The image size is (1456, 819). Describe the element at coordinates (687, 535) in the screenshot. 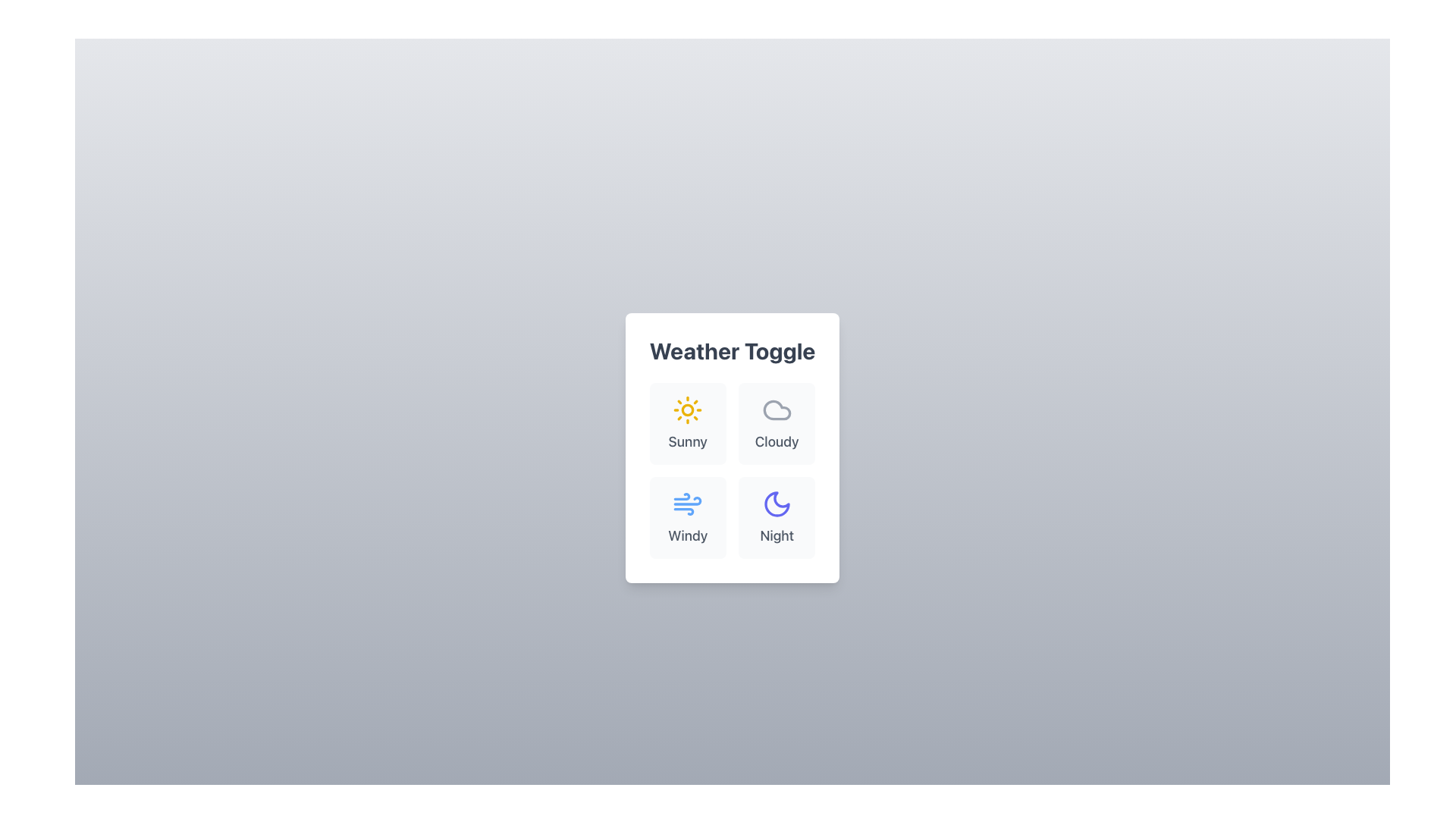

I see `the 'Windy' text label located at the bottom of the lower-left tile in the 2x2 grid of weather options under the 'Weather Toggle' title` at that location.